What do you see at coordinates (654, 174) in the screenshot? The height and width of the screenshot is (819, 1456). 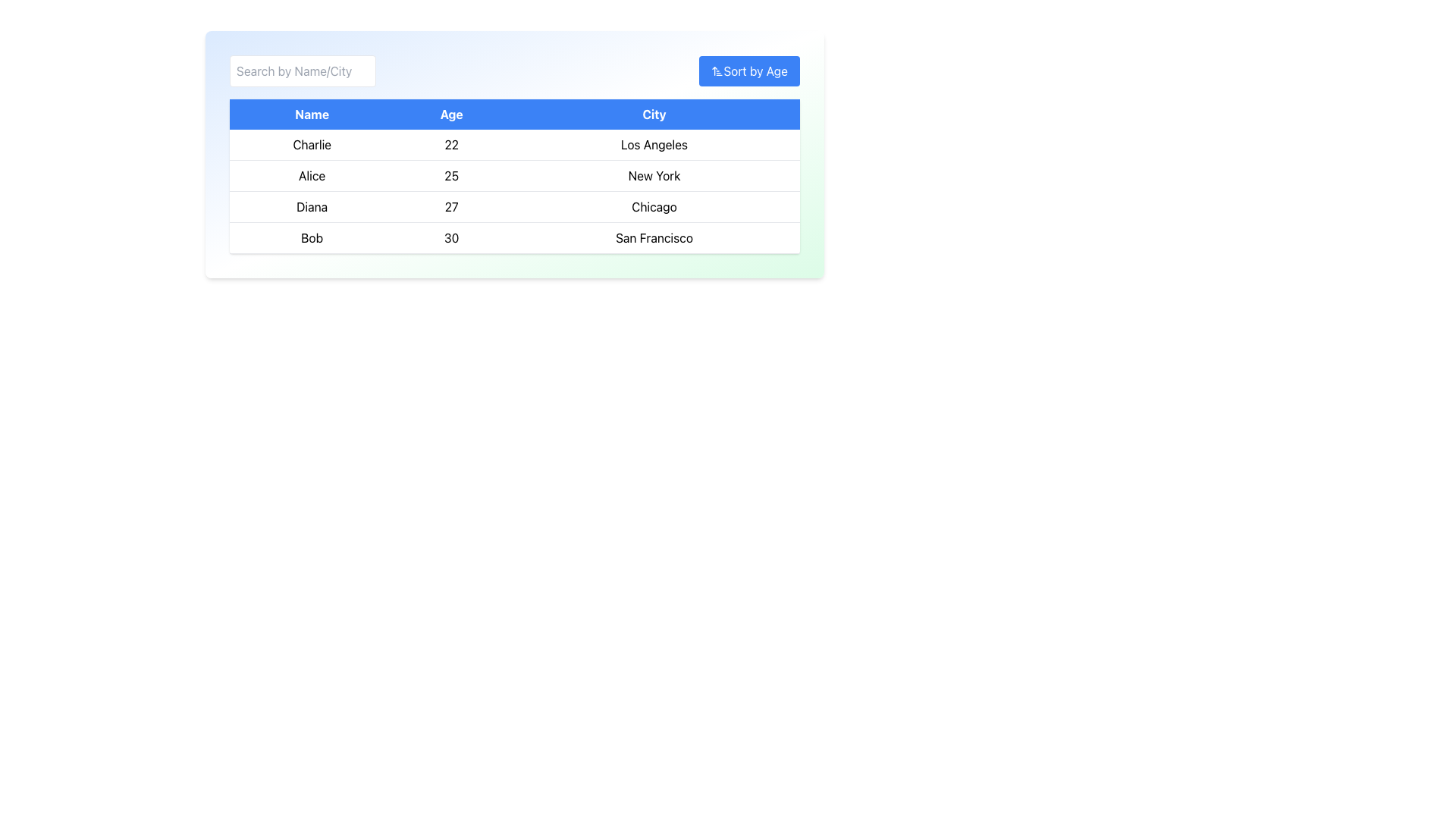 I see `the text 'New York' located in the 'City' column of the table, aligned with 'Alice' under the 'Name' column` at bounding box center [654, 174].